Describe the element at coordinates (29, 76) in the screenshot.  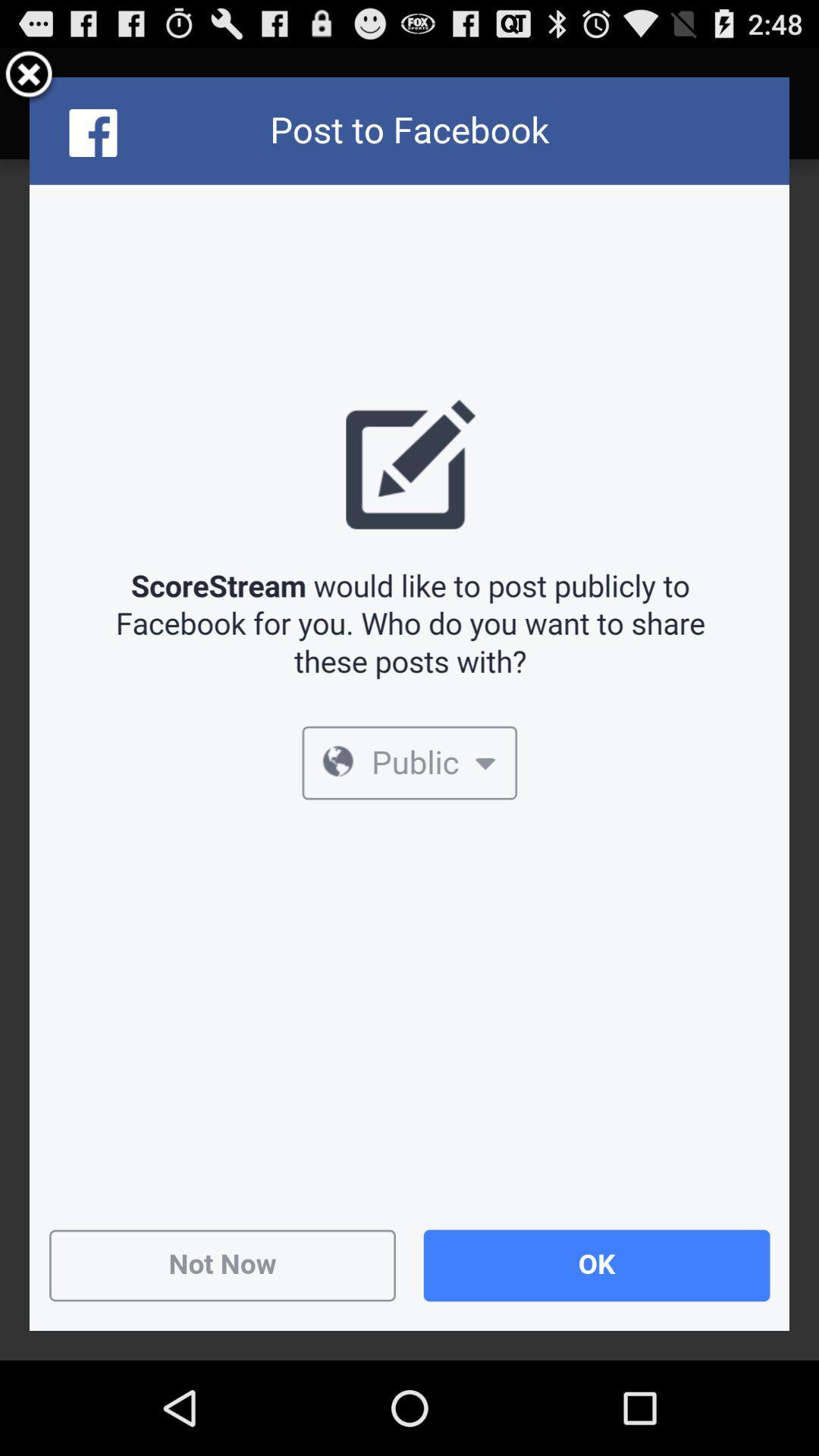
I see `scree` at that location.